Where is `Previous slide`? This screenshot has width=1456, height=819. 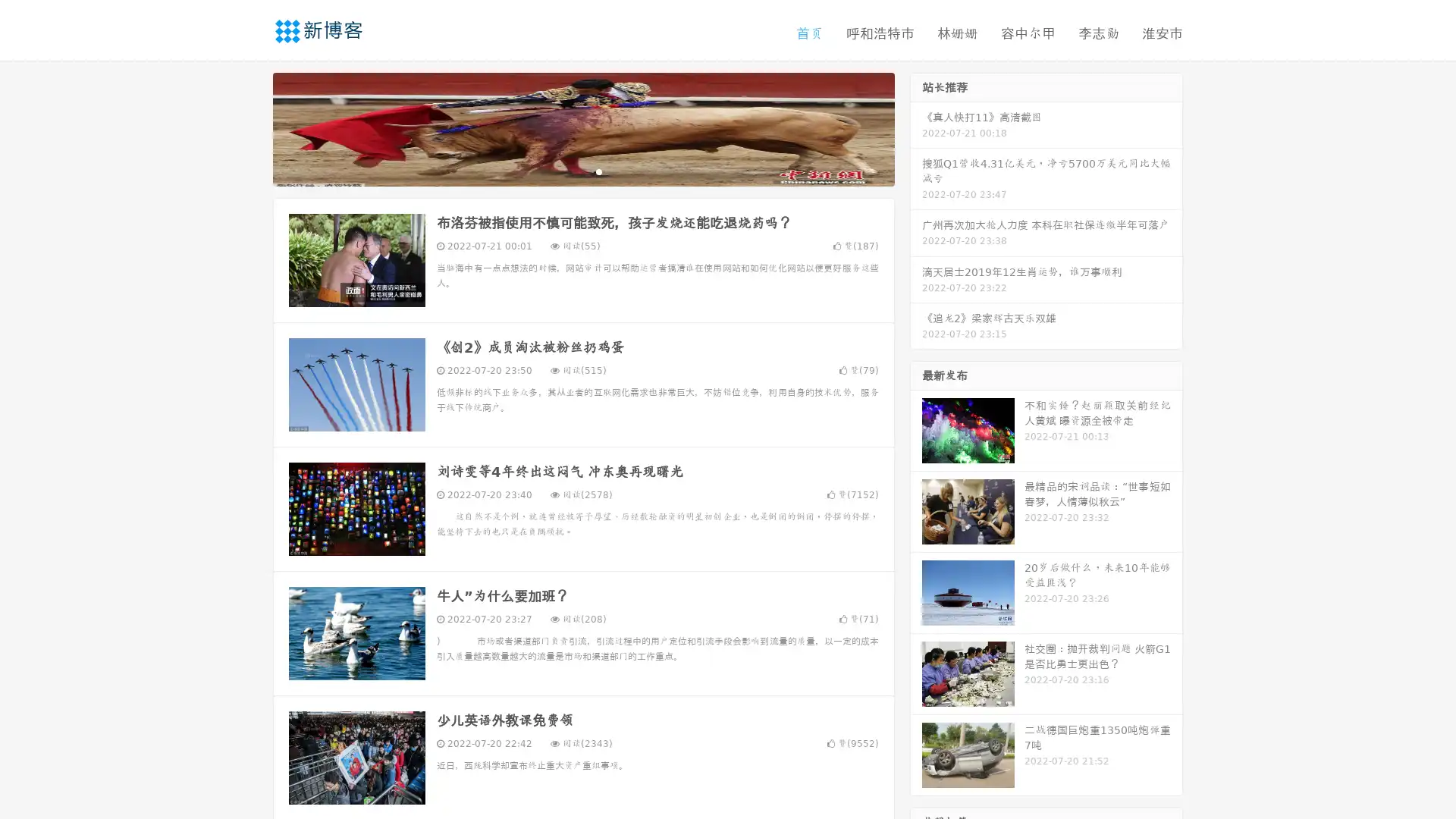
Previous slide is located at coordinates (250, 127).